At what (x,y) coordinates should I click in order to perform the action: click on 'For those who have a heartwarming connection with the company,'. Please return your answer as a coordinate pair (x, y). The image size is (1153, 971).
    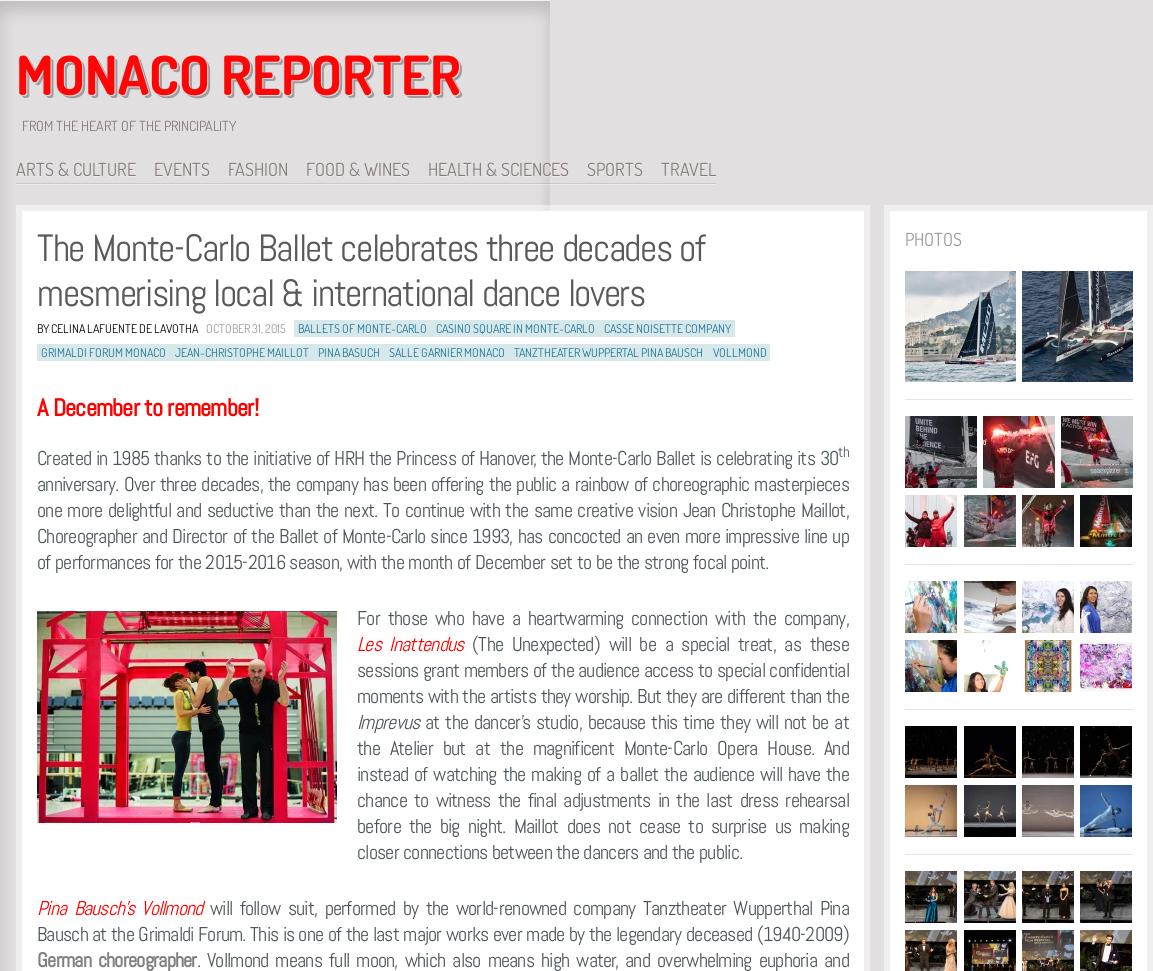
    Looking at the image, I should click on (603, 615).